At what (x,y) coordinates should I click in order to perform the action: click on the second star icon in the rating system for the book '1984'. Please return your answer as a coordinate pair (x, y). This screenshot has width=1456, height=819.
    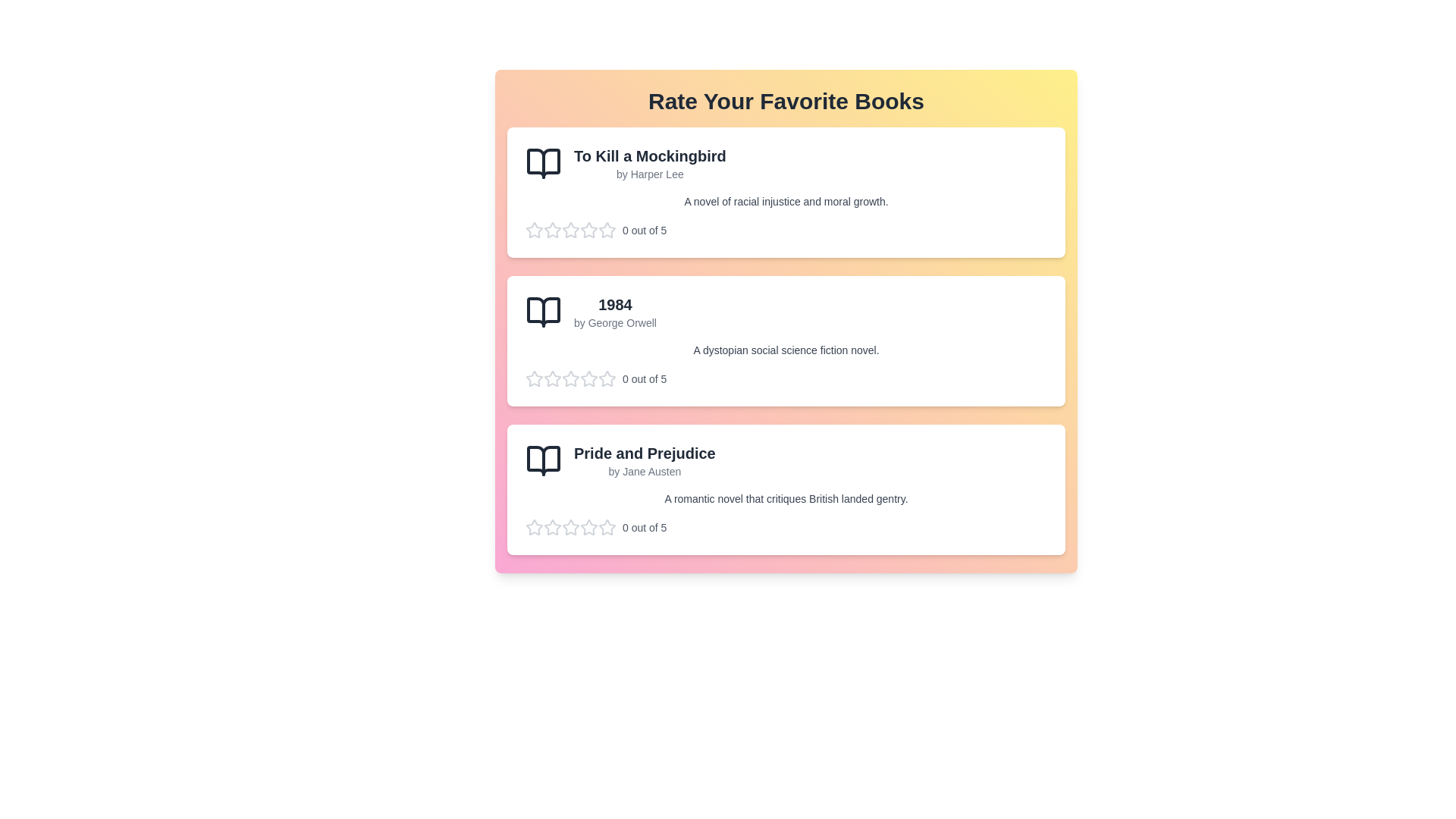
    Looking at the image, I should click on (588, 378).